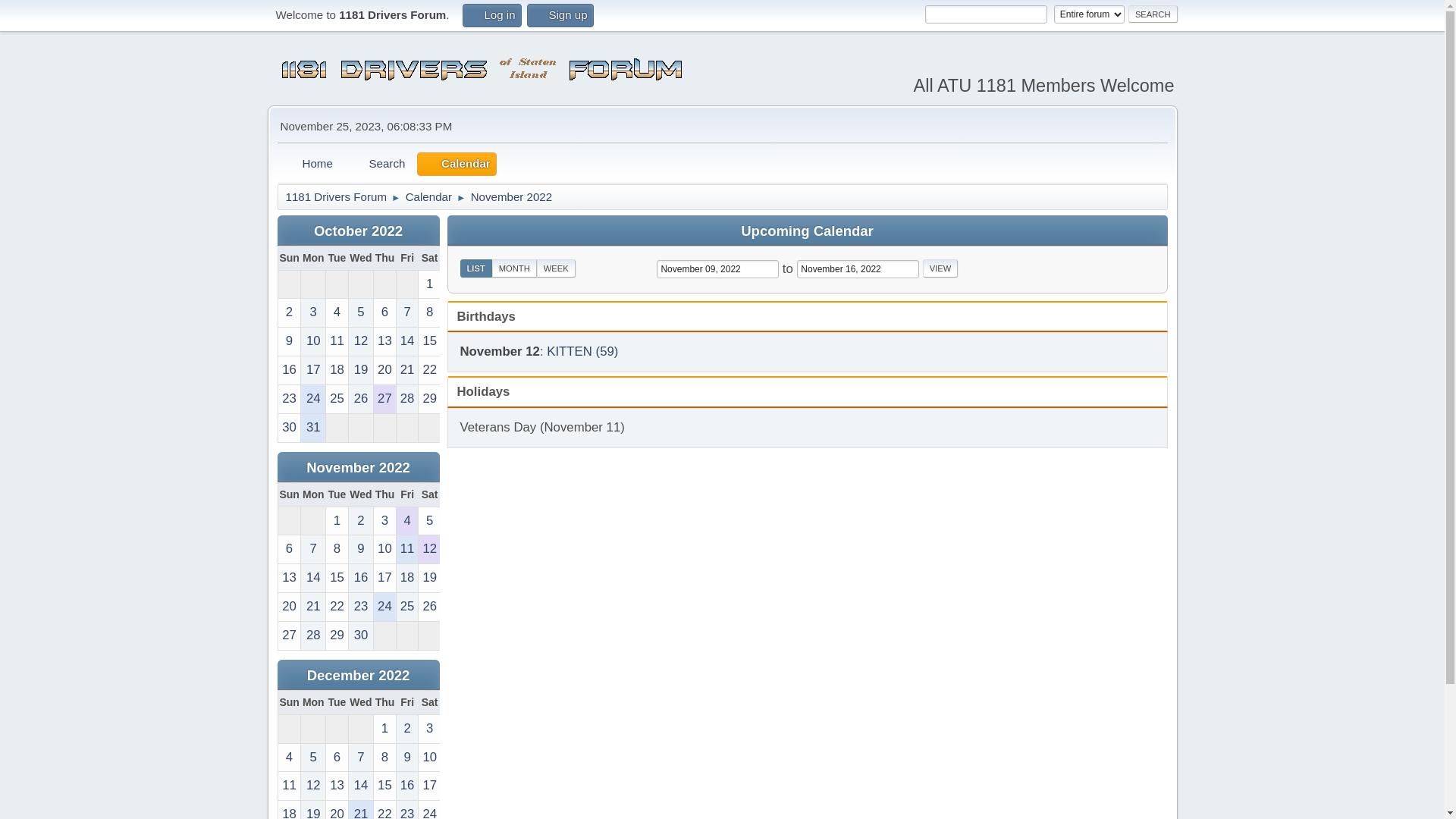  Describe the element at coordinates (288, 606) in the screenshot. I see `'20'` at that location.